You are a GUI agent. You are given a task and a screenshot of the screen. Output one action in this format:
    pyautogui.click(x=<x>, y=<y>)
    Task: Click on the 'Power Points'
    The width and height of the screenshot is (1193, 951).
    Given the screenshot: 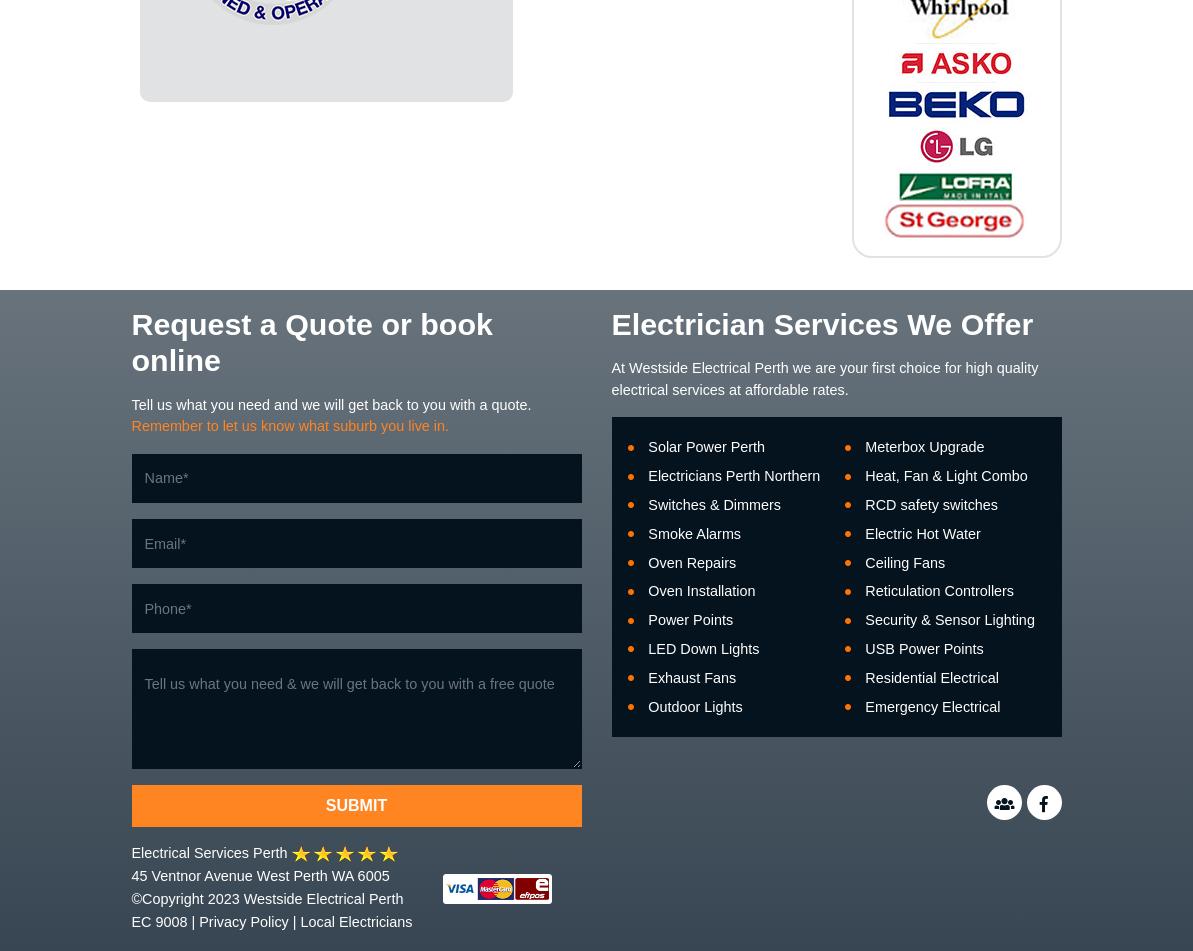 What is the action you would take?
    pyautogui.click(x=690, y=618)
    